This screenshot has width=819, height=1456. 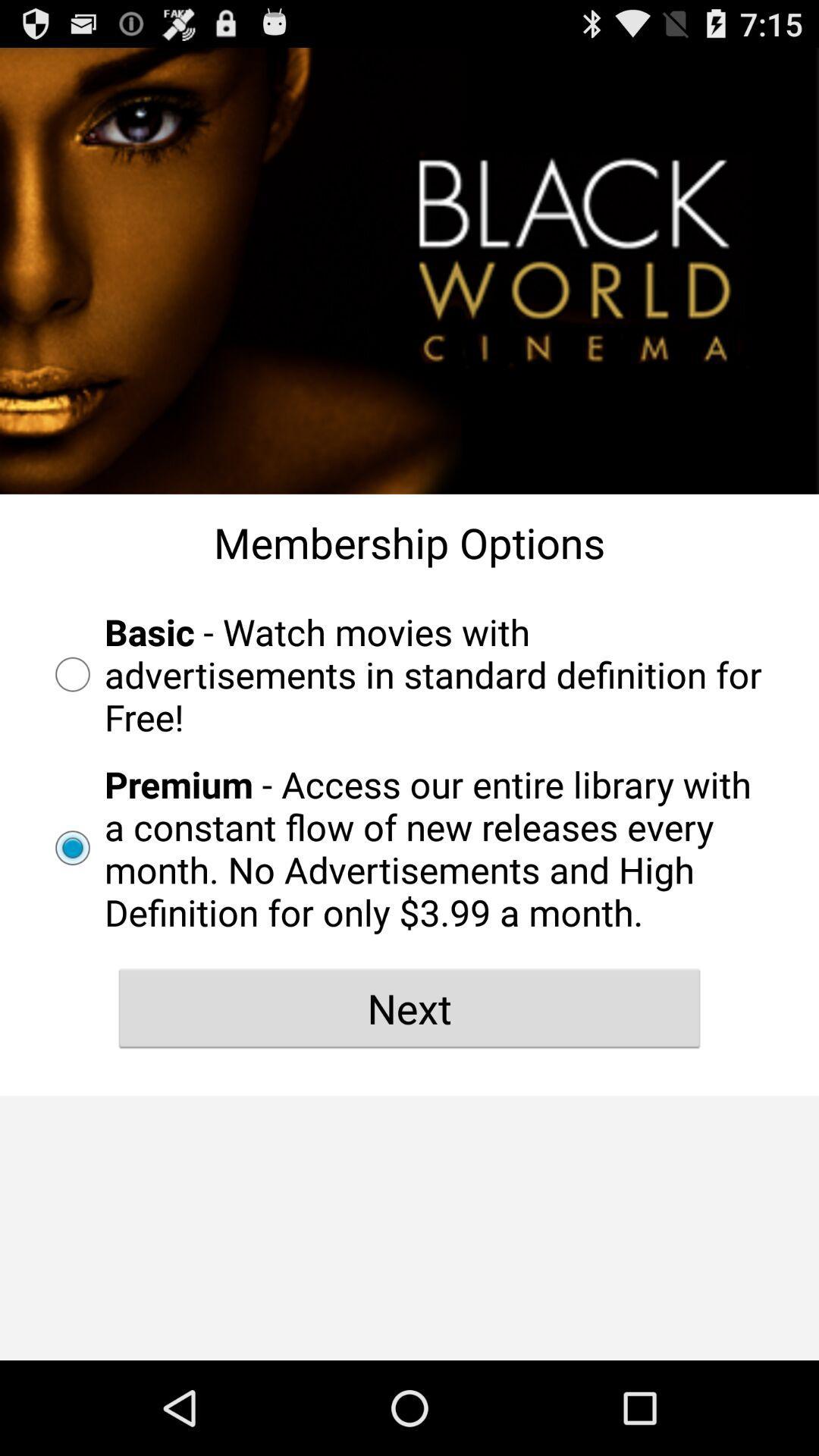 I want to click on item above the premium access our icon, so click(x=409, y=673).